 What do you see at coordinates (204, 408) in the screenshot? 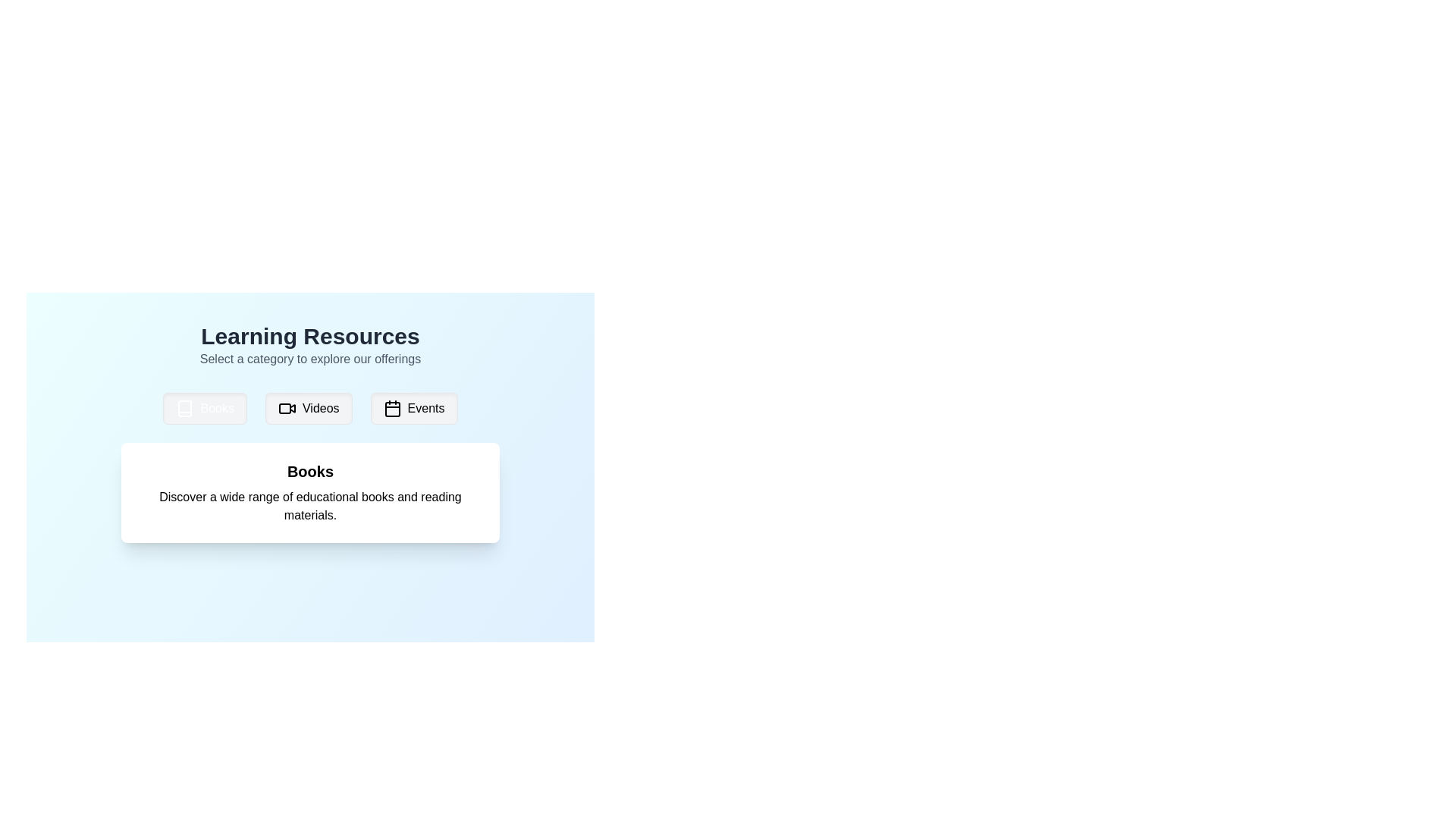
I see `the first button on the left that navigates to the books section` at bounding box center [204, 408].